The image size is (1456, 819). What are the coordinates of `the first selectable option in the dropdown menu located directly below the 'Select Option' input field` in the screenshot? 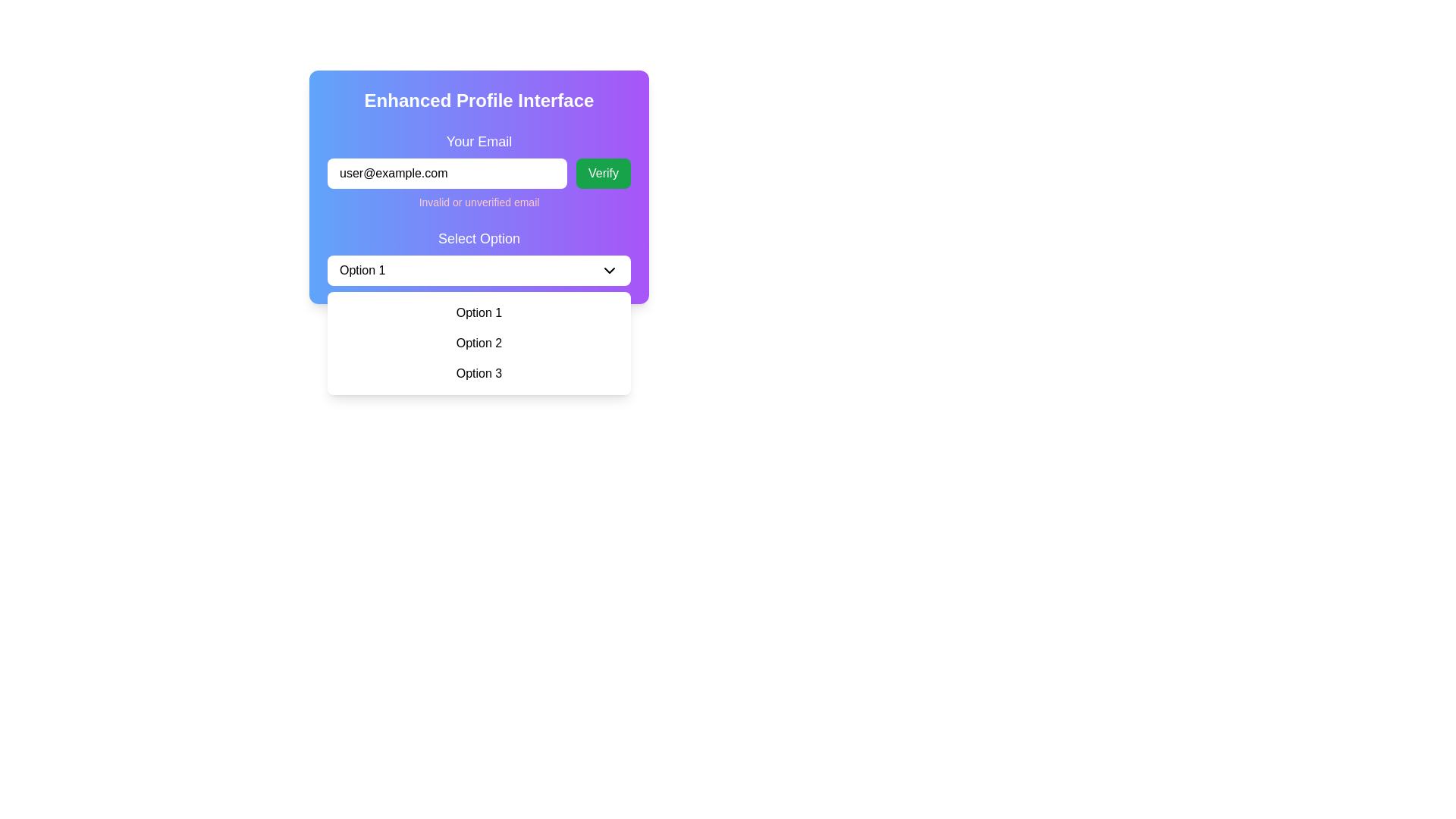 It's located at (479, 312).